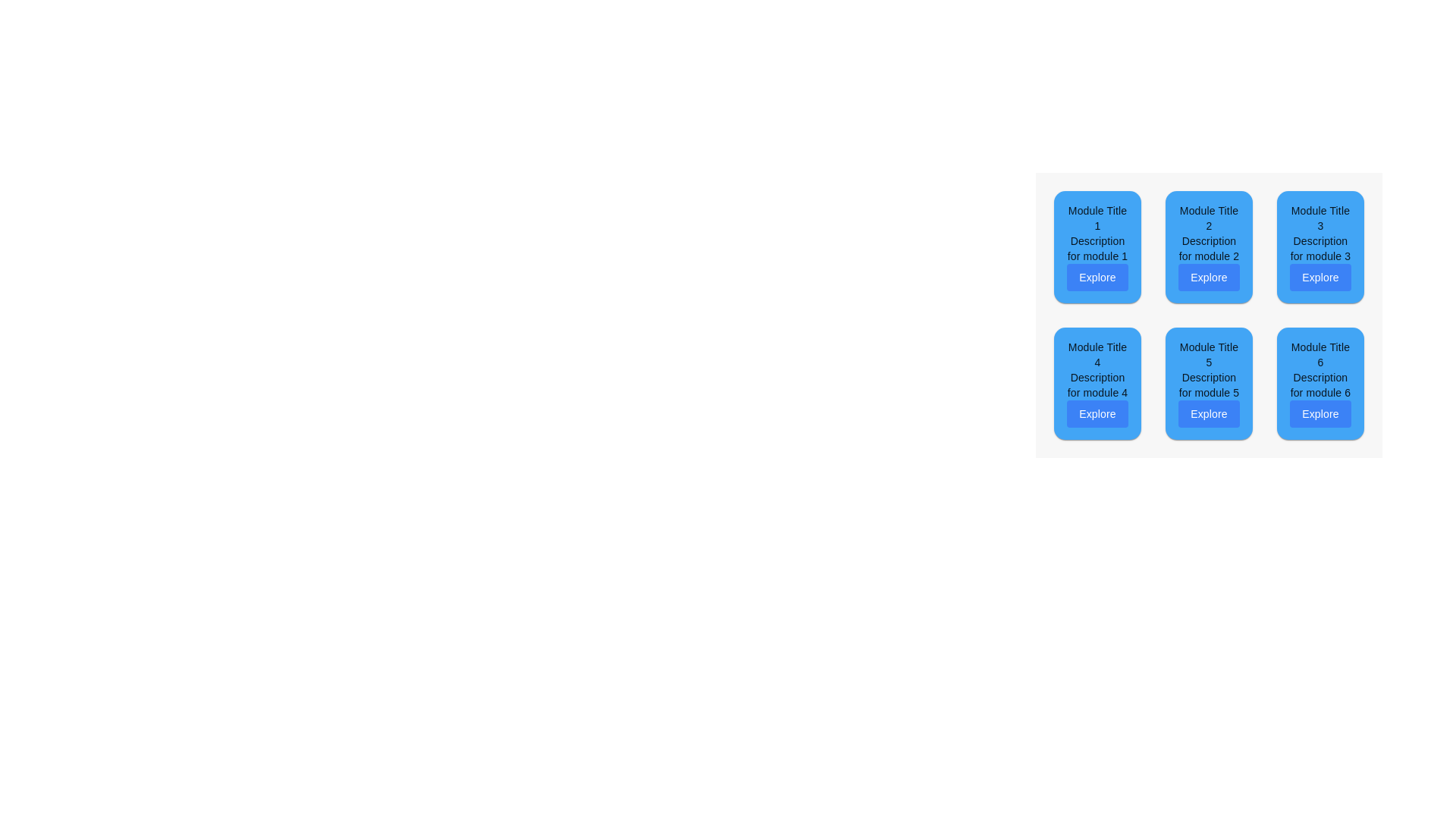 Image resolution: width=1456 pixels, height=819 pixels. Describe the element at coordinates (1319, 278) in the screenshot. I see `the interactive button located in the third card of the first row under the text 'Module Title 3' and 'Description for module 3'` at that location.